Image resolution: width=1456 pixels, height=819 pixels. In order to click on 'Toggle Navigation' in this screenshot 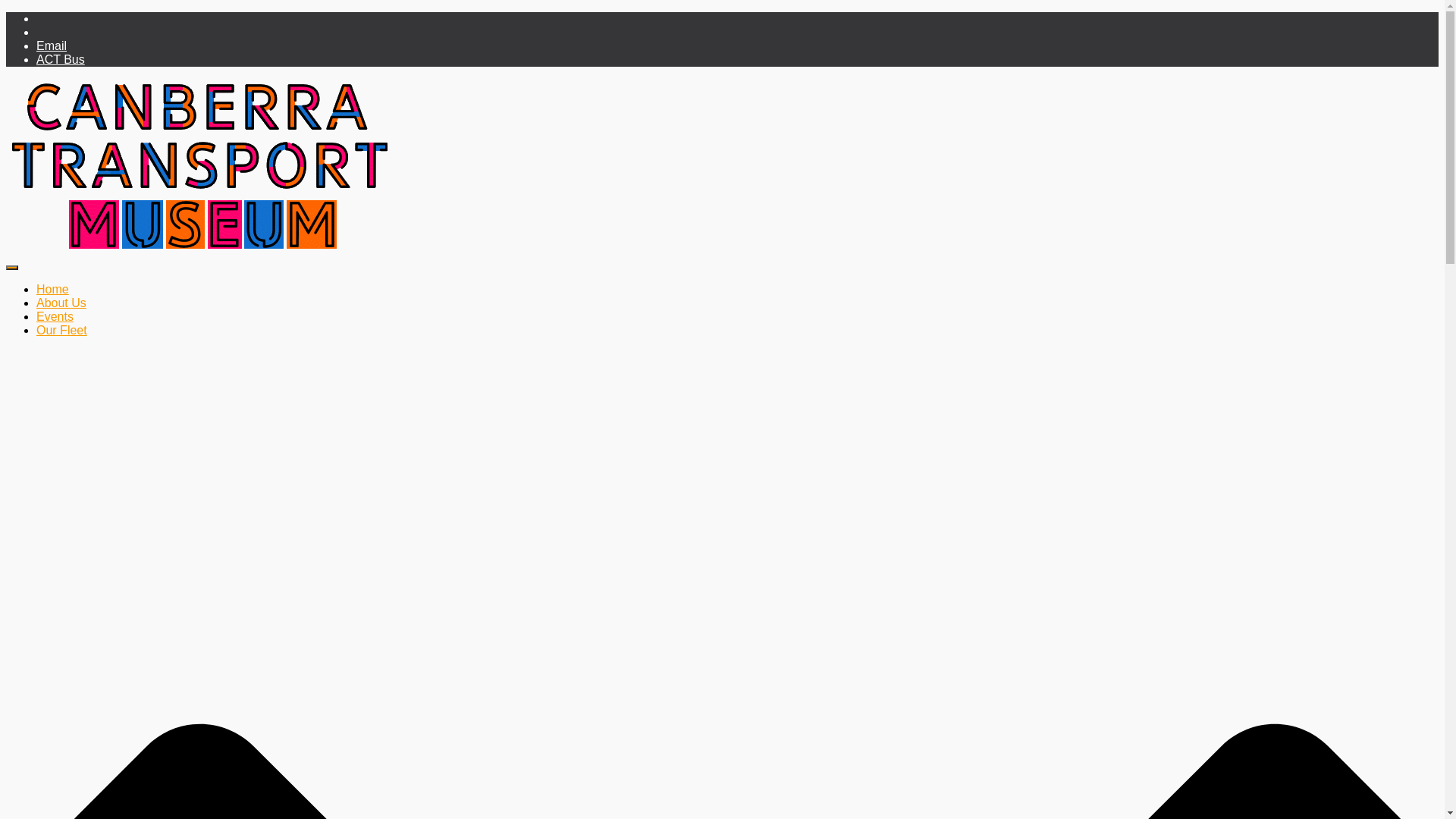, I will do `click(11, 267)`.